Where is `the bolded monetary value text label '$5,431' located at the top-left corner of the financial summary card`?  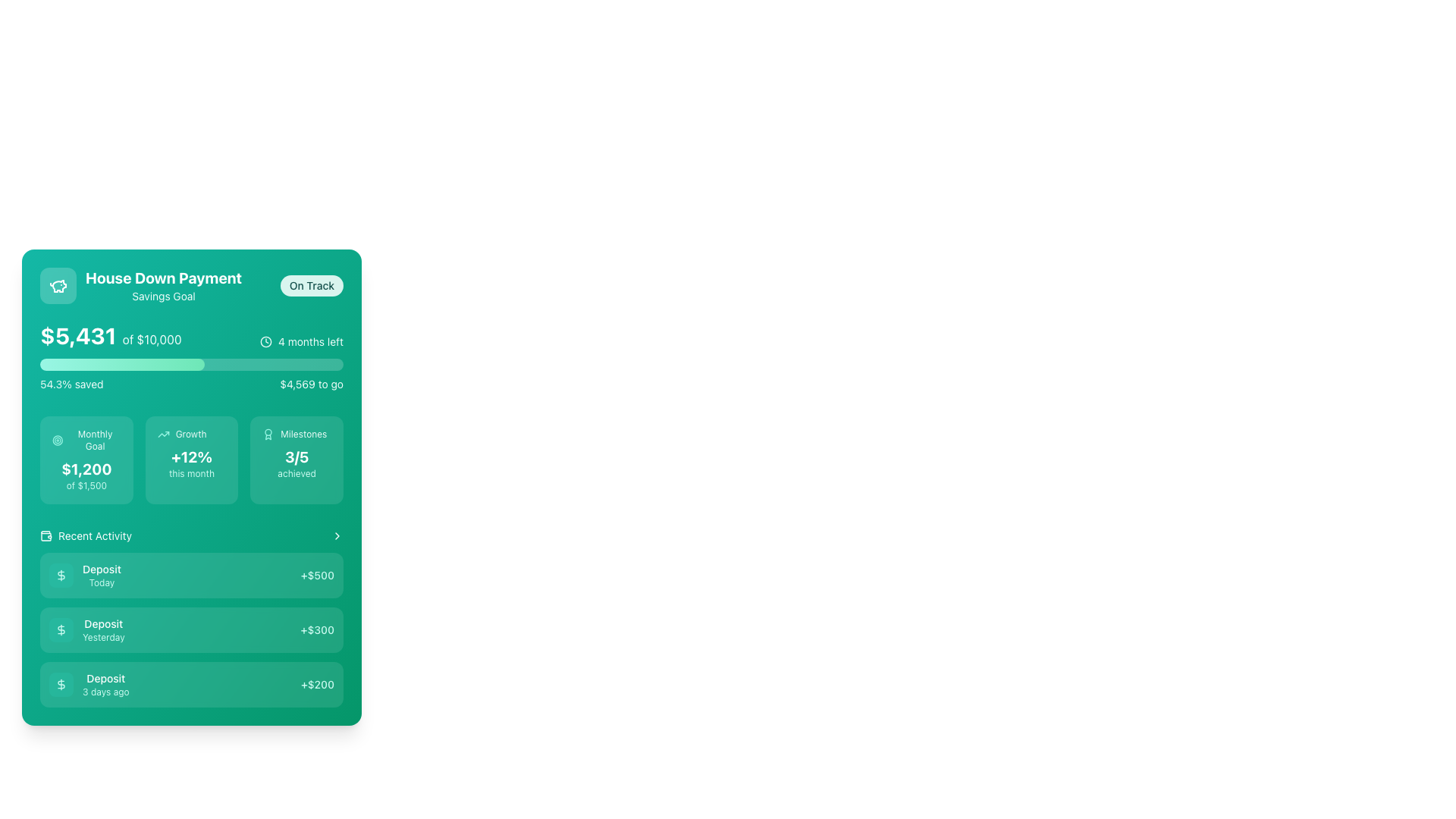 the bolded monetary value text label '$5,431' located at the top-left corner of the financial summary card is located at coordinates (77, 334).